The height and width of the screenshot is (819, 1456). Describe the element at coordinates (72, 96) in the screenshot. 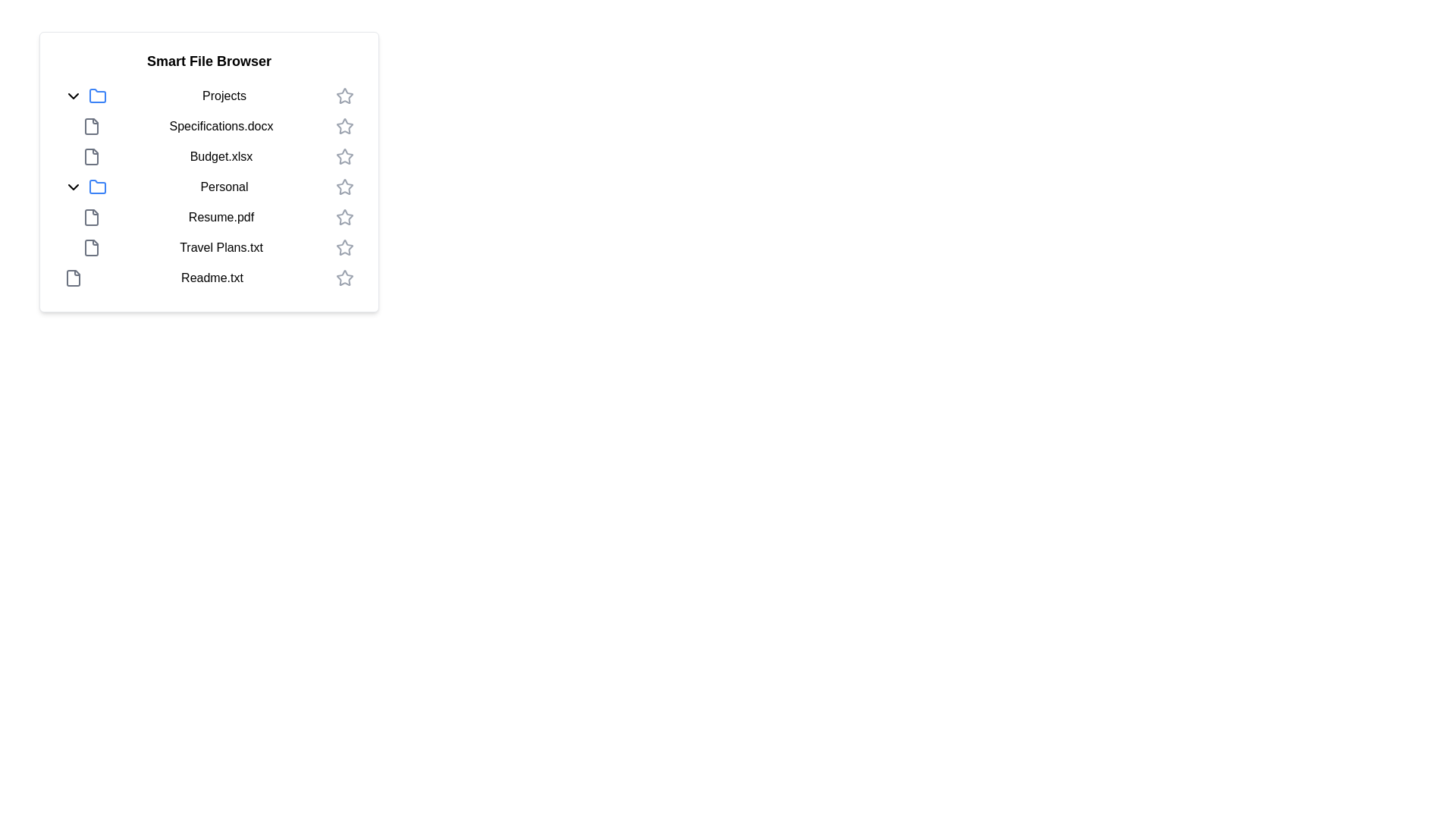

I see `the downward-facing chevron arrow dropdown indicator icon located to the left of the 'Projects' label in the file browser interface` at that location.